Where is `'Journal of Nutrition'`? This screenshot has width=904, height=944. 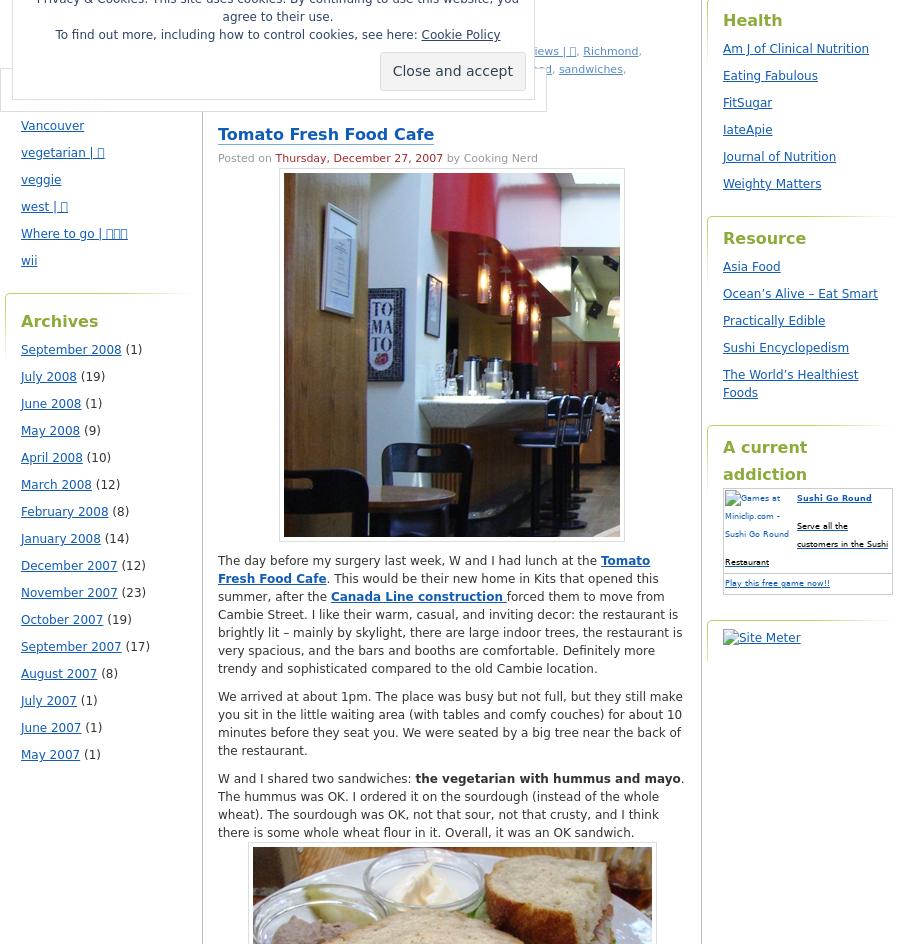 'Journal of Nutrition' is located at coordinates (779, 156).